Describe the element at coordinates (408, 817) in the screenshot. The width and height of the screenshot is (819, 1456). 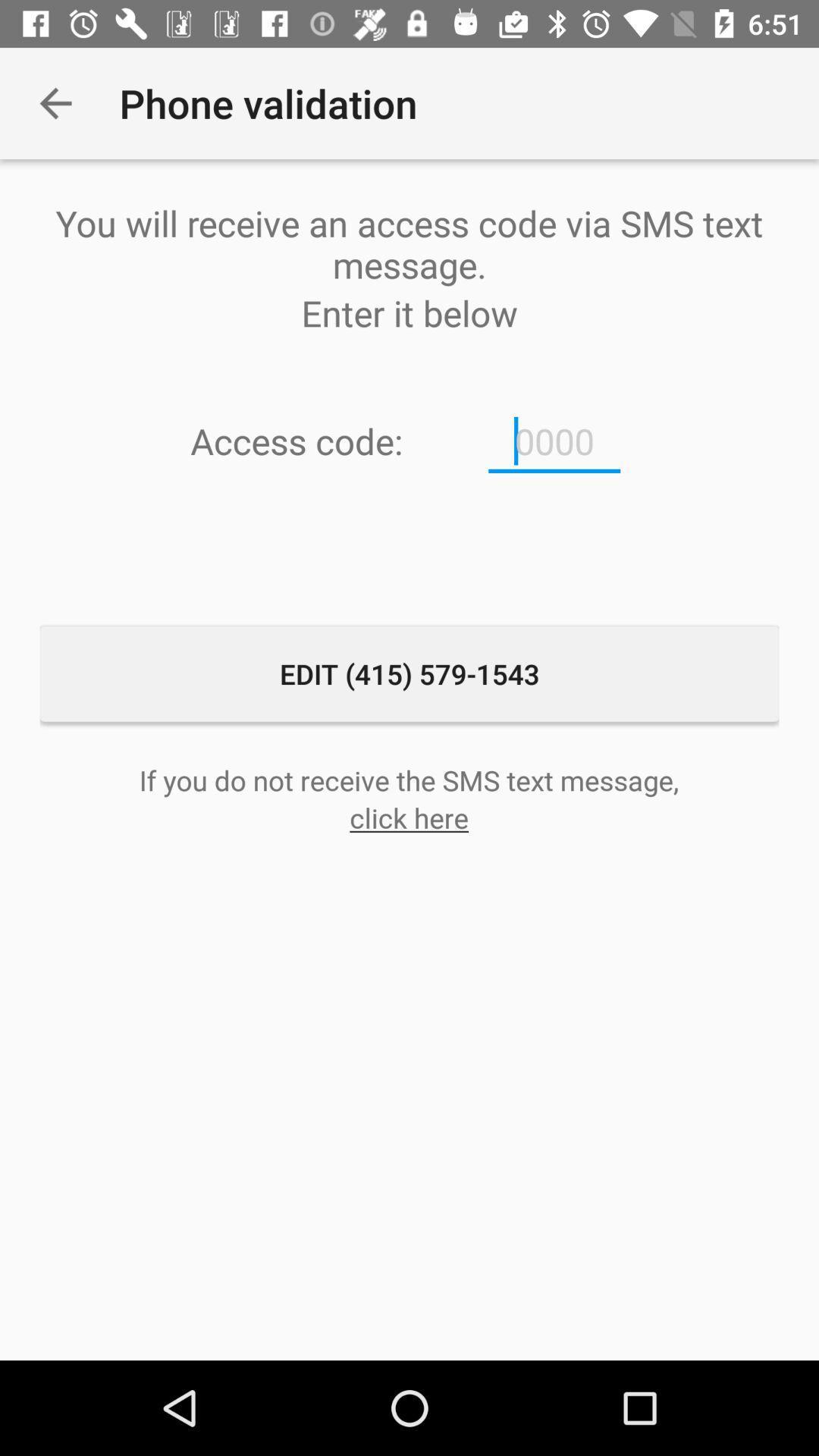
I see `click here icon` at that location.